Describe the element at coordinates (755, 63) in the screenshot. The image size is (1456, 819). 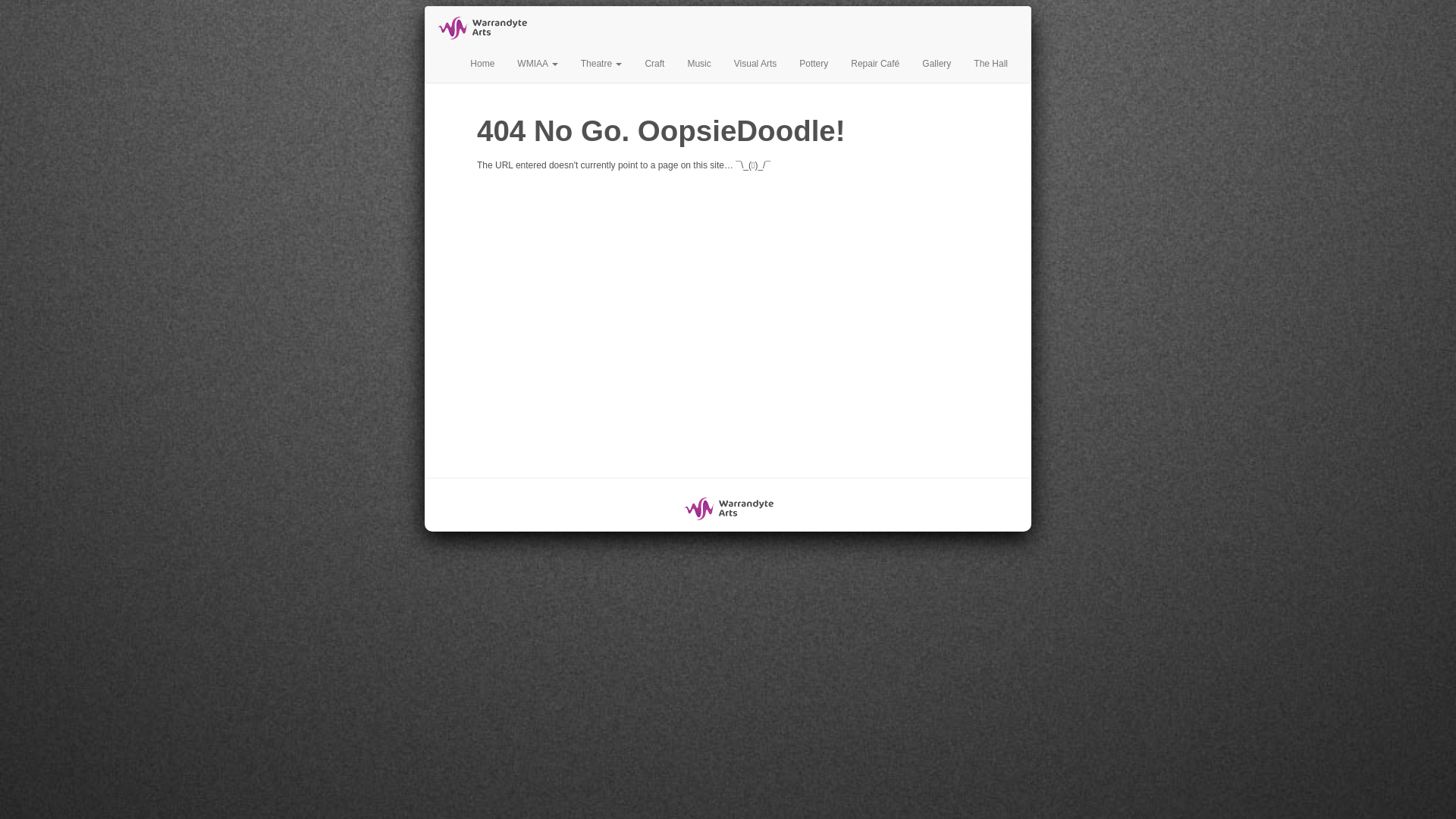
I see `'Visual Arts'` at that location.